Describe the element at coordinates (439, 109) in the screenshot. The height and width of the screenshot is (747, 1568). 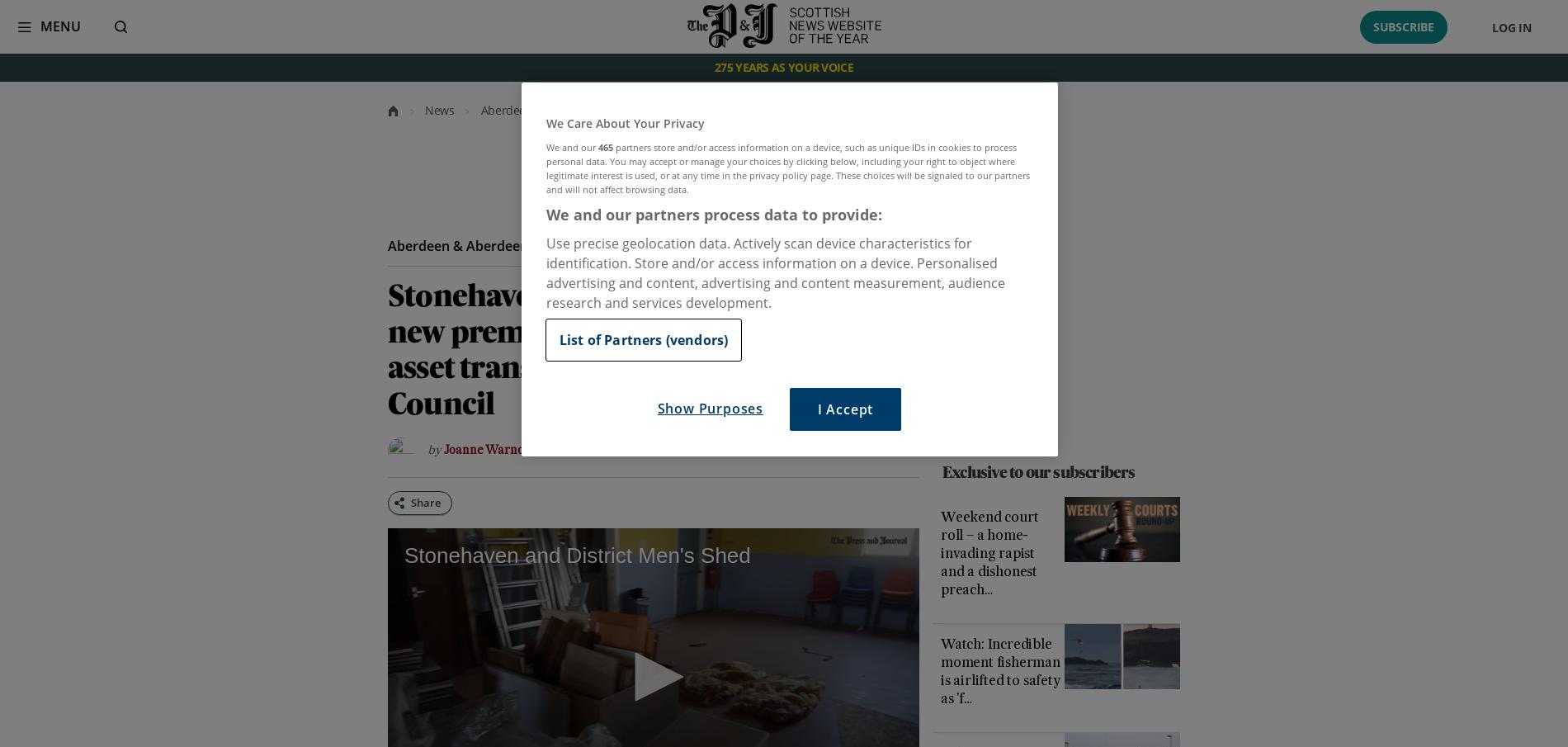
I see `'News'` at that location.